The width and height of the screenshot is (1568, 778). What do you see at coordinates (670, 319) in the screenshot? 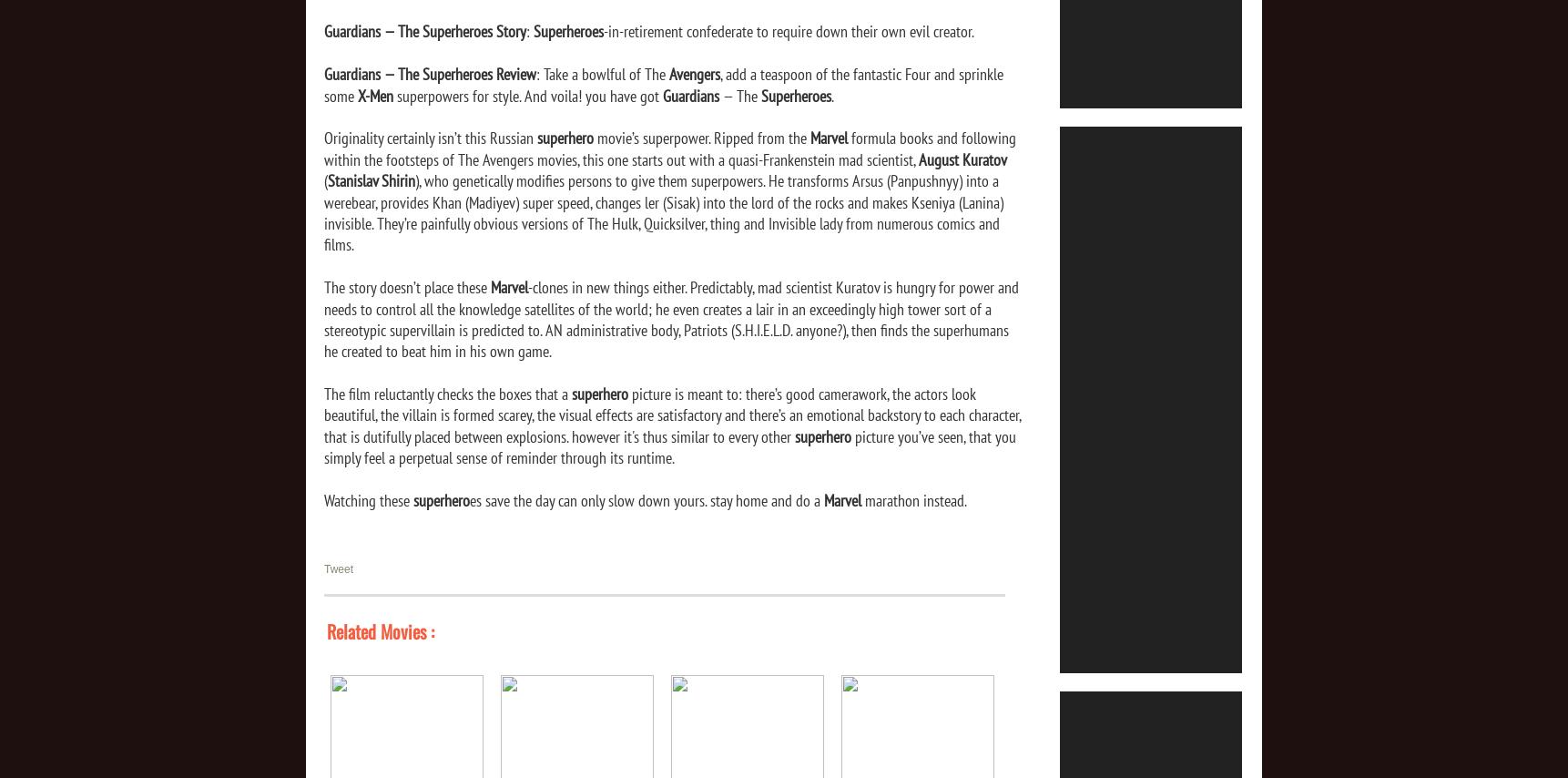
I see `'-clones in new
things either. Predictably, mad scientist Kuratov is hungry for power and needs
to control all the knowledge satellites of the world; he even creates a lair in
an exceedingly high tower sort of a stereotypic supervillain is predicted to.
AN administrative body, Patriots (S.H.I.E.L.D. anyone?), then finds the
superhumans he created to beat him in his own game.'` at bounding box center [670, 319].